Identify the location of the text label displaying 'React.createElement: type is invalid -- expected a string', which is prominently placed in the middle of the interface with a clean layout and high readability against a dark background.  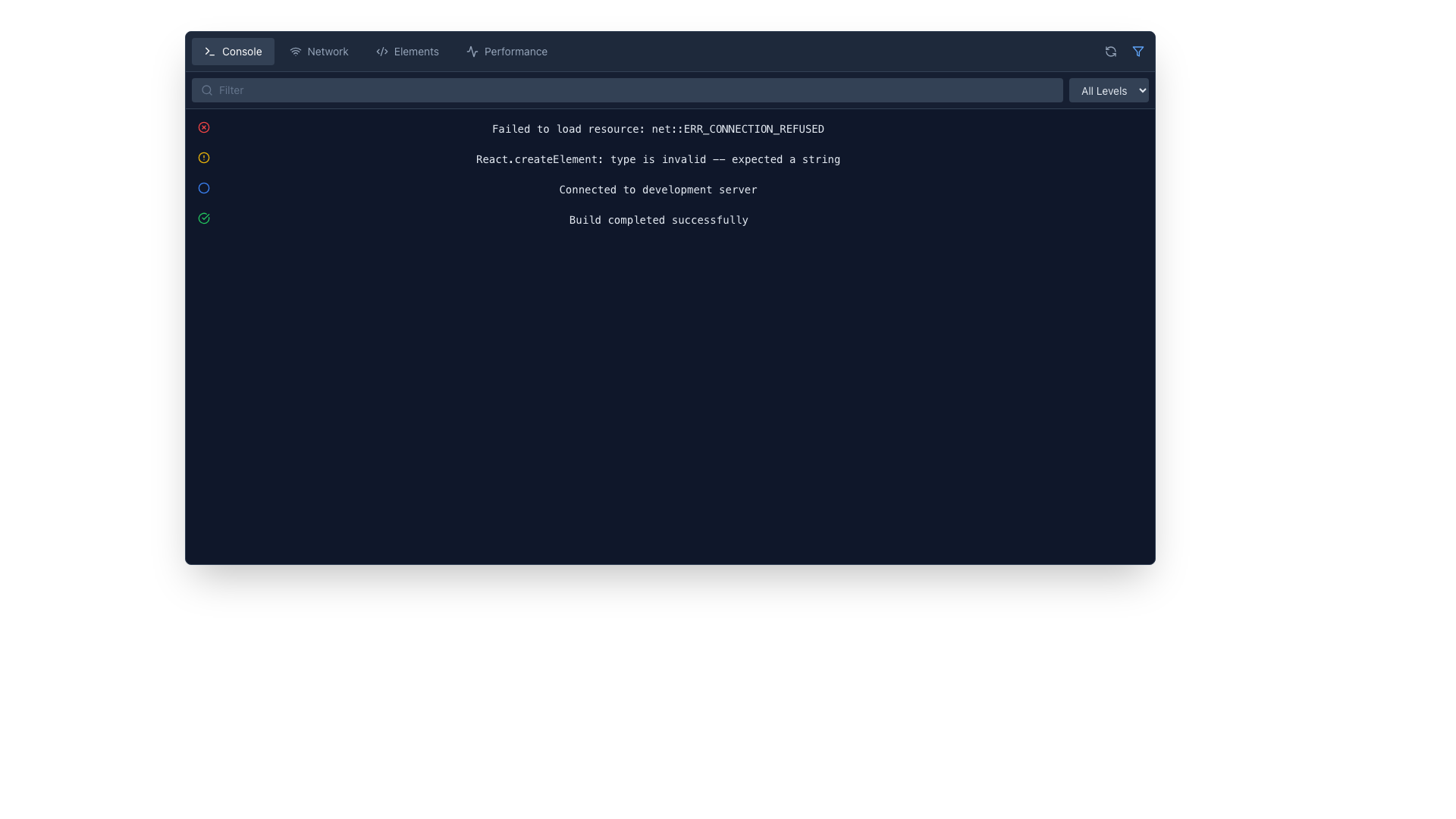
(658, 158).